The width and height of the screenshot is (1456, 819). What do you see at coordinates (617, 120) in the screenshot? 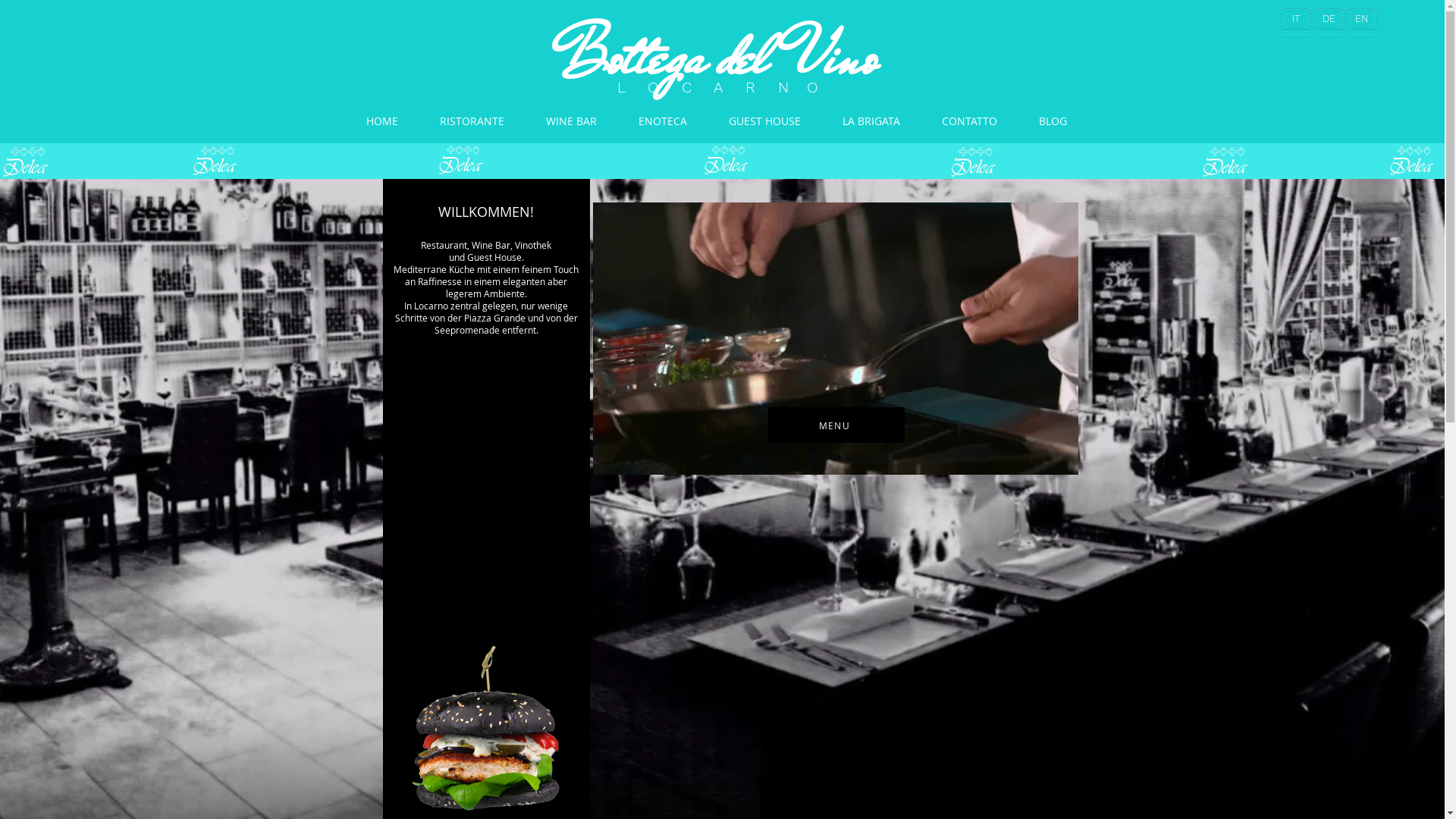
I see `'ENOTECA'` at bounding box center [617, 120].